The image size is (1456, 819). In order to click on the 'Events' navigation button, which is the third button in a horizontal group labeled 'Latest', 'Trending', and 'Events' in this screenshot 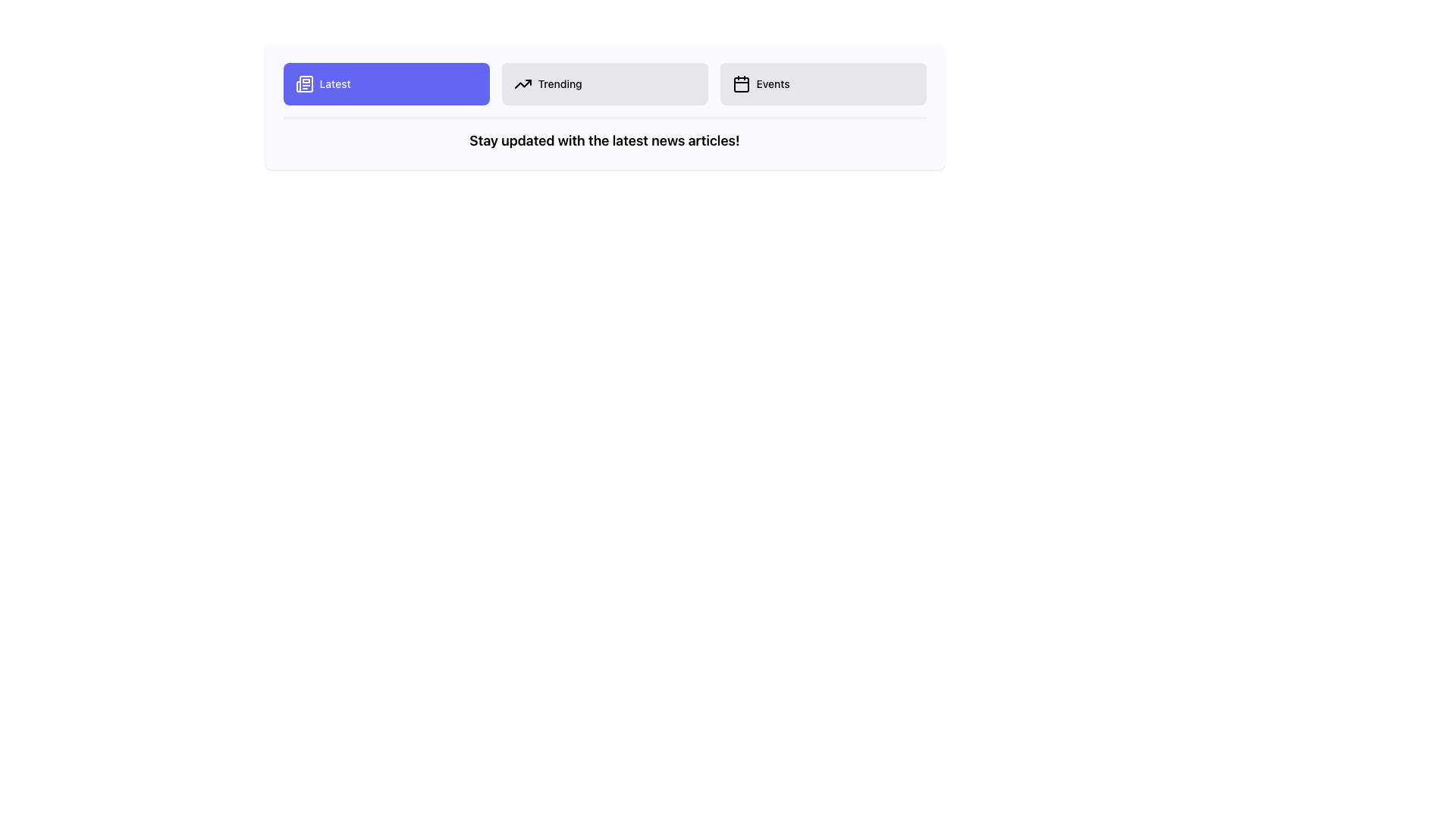, I will do `click(822, 84)`.